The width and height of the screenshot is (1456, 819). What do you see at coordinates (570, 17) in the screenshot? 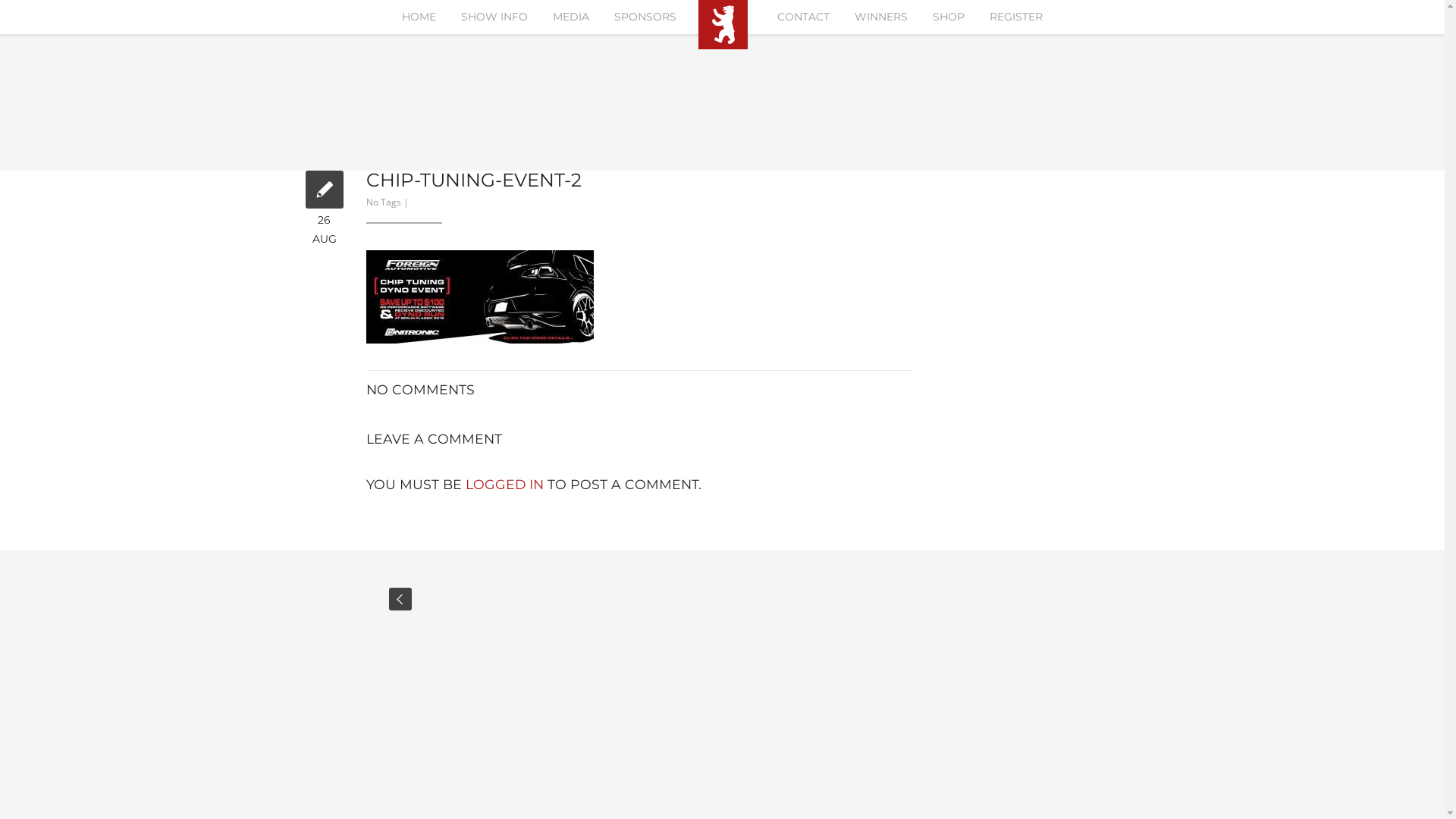
I see `'MEDIA'` at bounding box center [570, 17].